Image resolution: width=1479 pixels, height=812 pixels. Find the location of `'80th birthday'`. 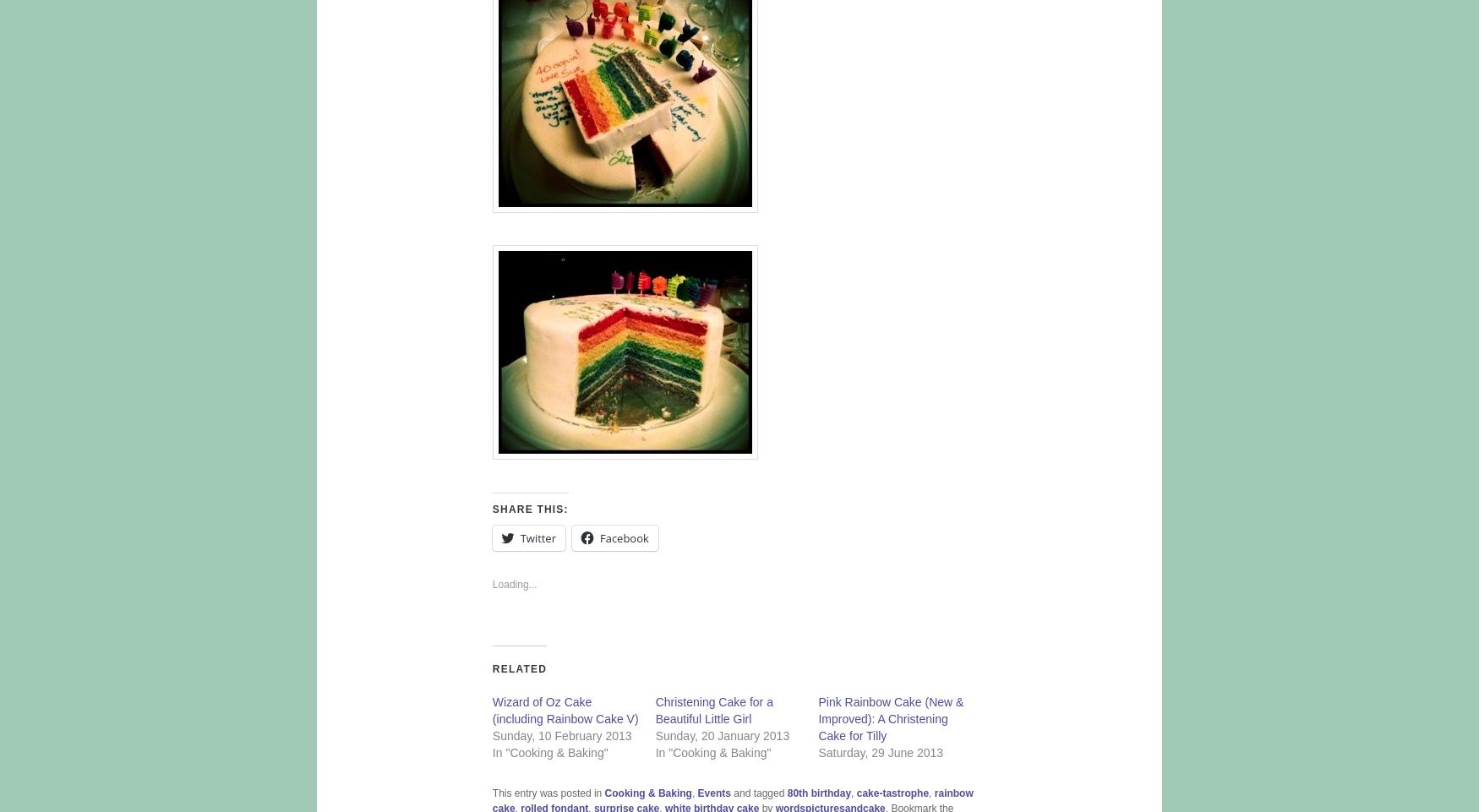

'80th birthday' is located at coordinates (818, 793).